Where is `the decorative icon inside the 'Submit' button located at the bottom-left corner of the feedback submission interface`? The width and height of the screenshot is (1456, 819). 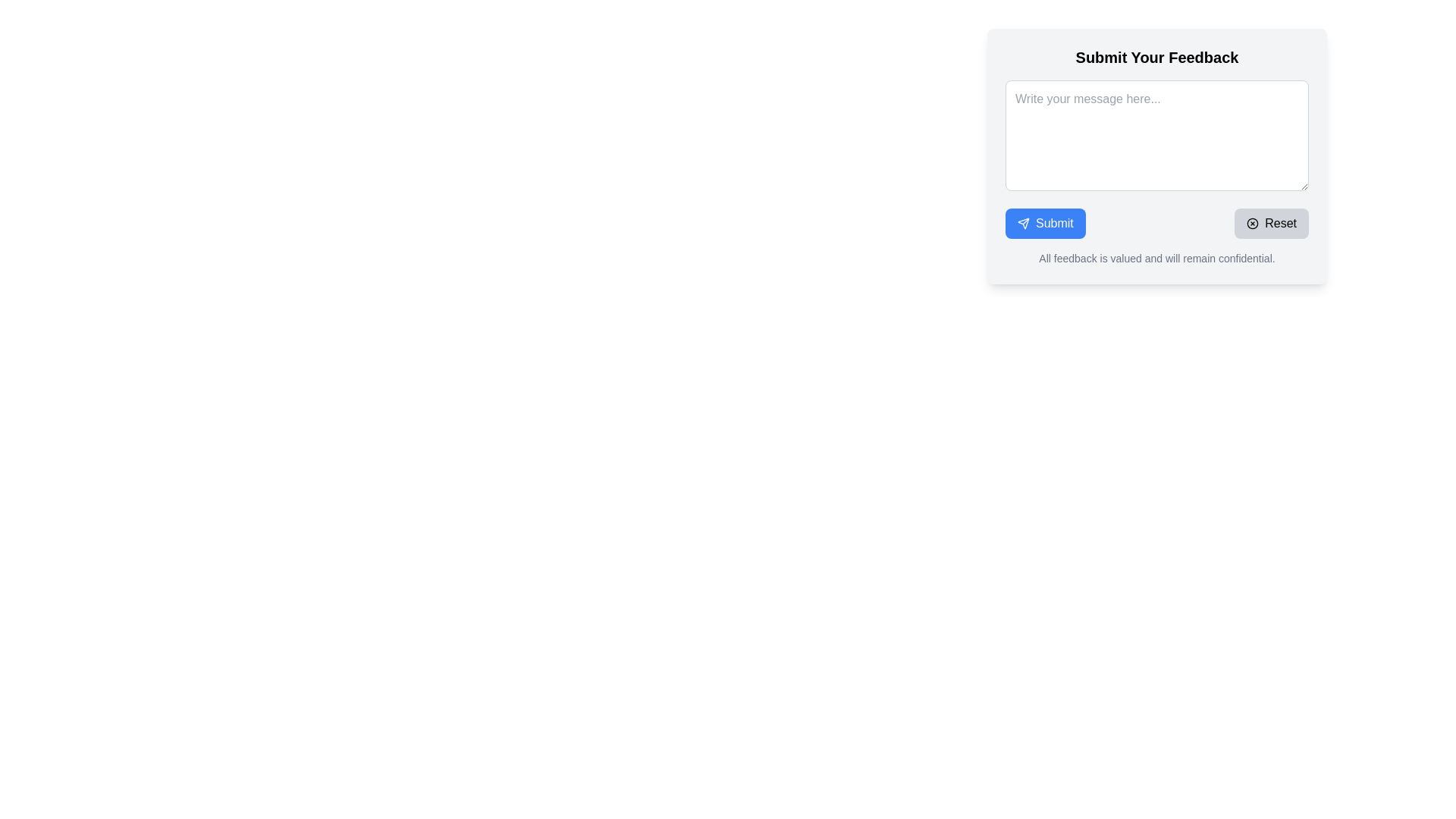
the decorative icon inside the 'Submit' button located at the bottom-left corner of the feedback submission interface is located at coordinates (1023, 223).